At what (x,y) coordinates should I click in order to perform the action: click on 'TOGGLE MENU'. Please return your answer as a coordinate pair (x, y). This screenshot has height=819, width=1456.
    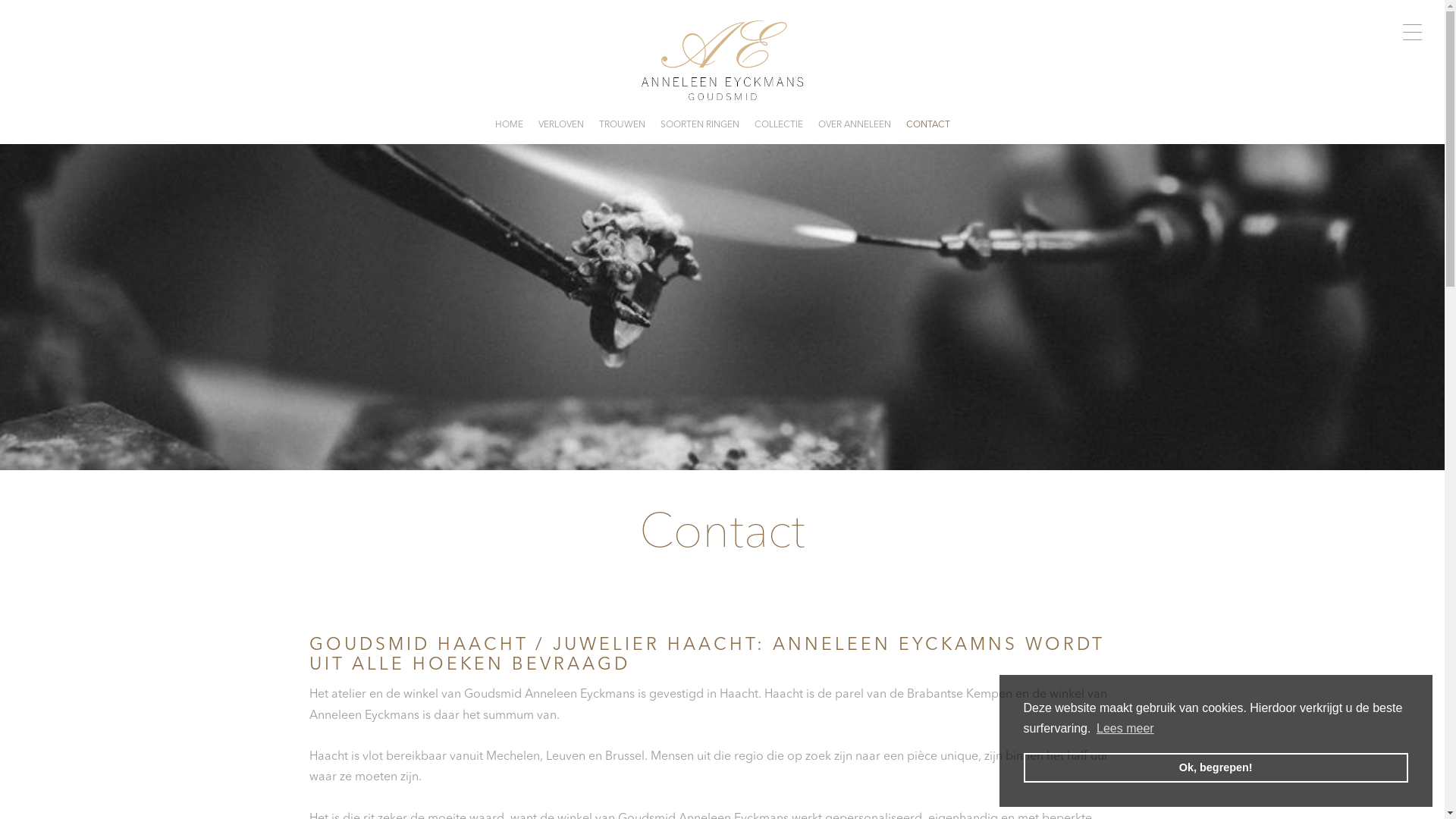
    Looking at the image, I should click on (1411, 32).